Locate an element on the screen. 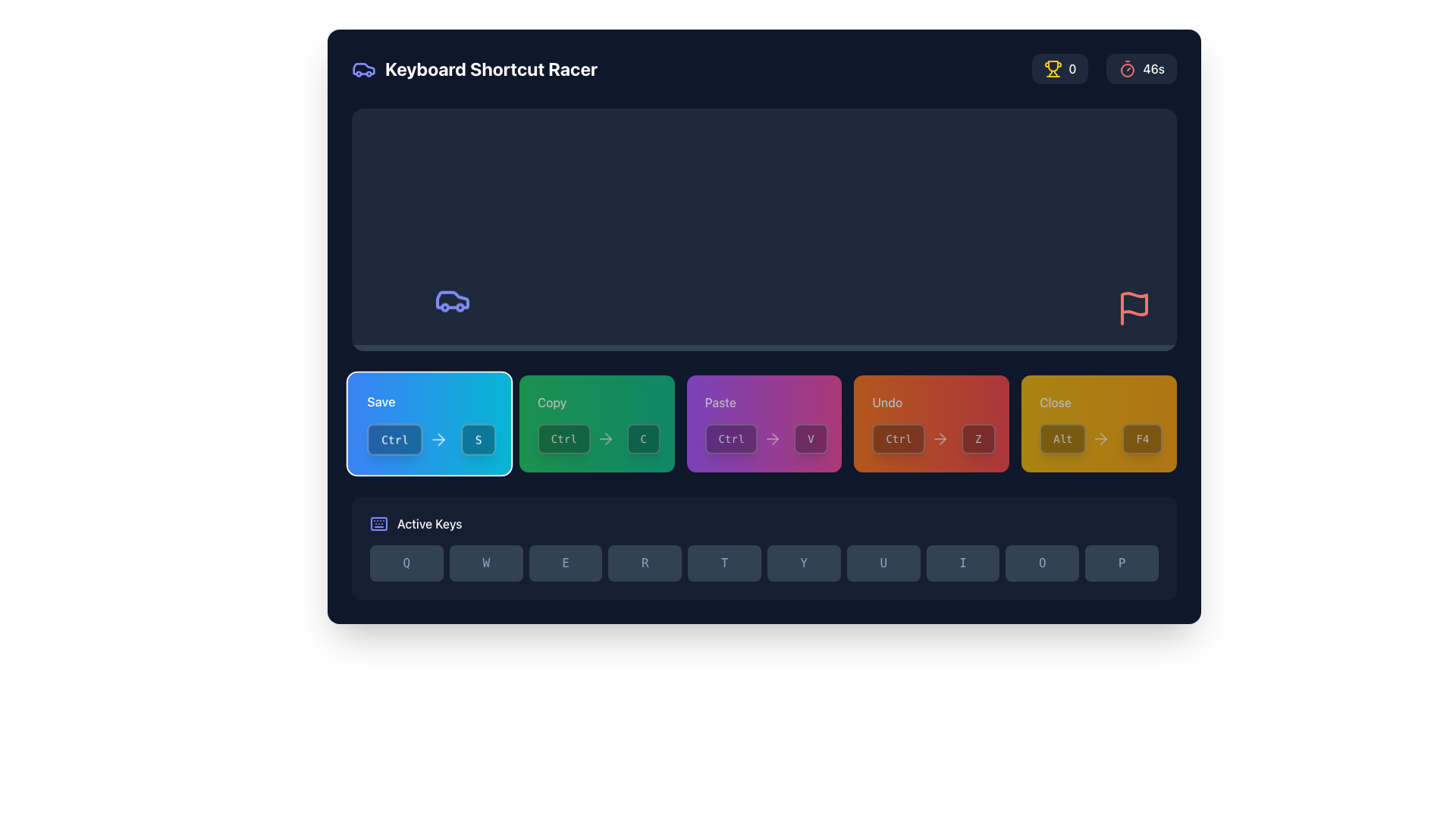 This screenshot has height=819, width=1456. the transition icon representing the flow from 'Ctrl' to 'V' in the keyboard shortcut instruction for accessibility purposes is located at coordinates (773, 438).